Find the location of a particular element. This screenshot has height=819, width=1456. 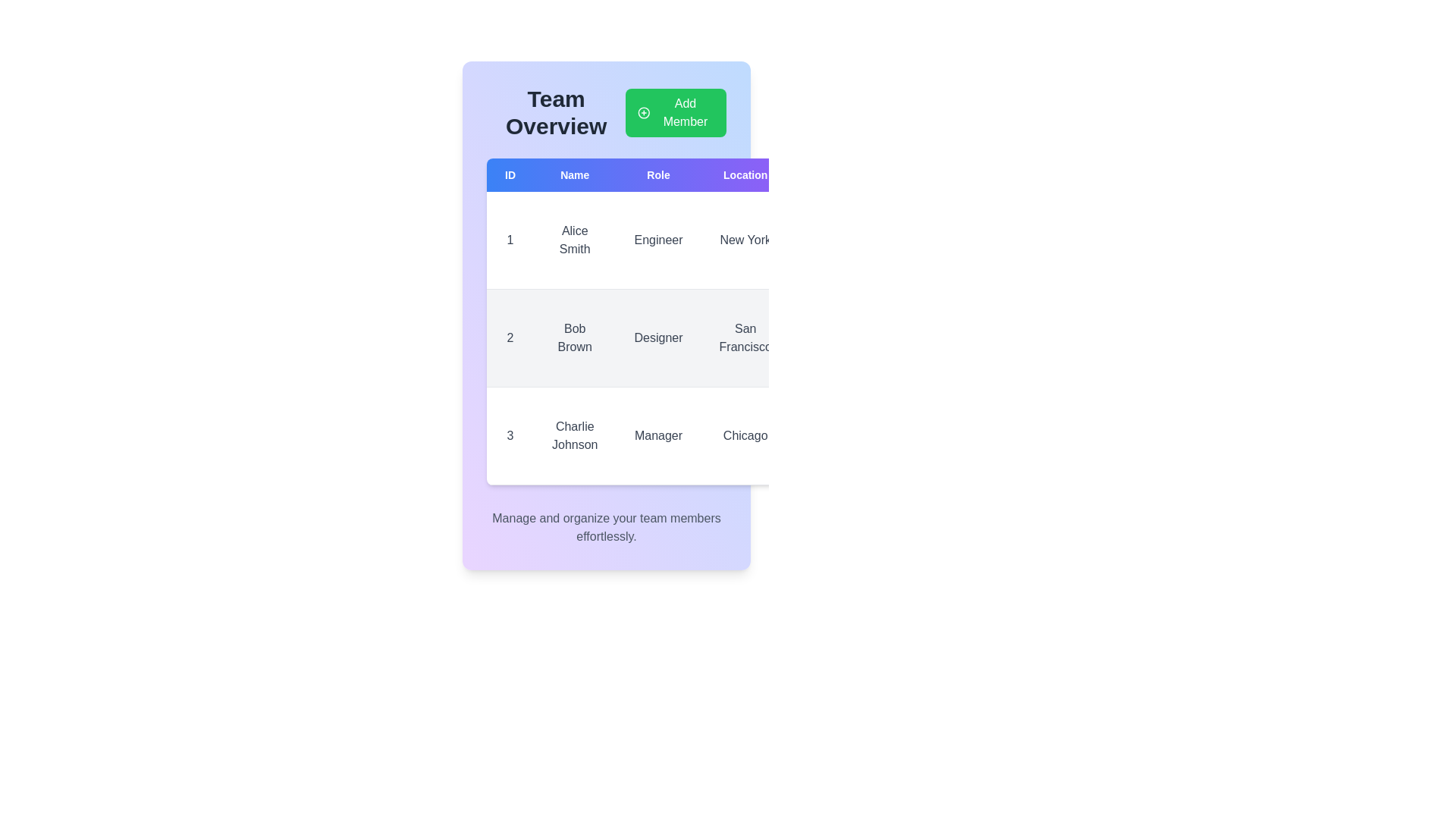

the circular outline element of the '+' symbol within the 'Add Member' button, which has a green circular background is located at coordinates (644, 112).